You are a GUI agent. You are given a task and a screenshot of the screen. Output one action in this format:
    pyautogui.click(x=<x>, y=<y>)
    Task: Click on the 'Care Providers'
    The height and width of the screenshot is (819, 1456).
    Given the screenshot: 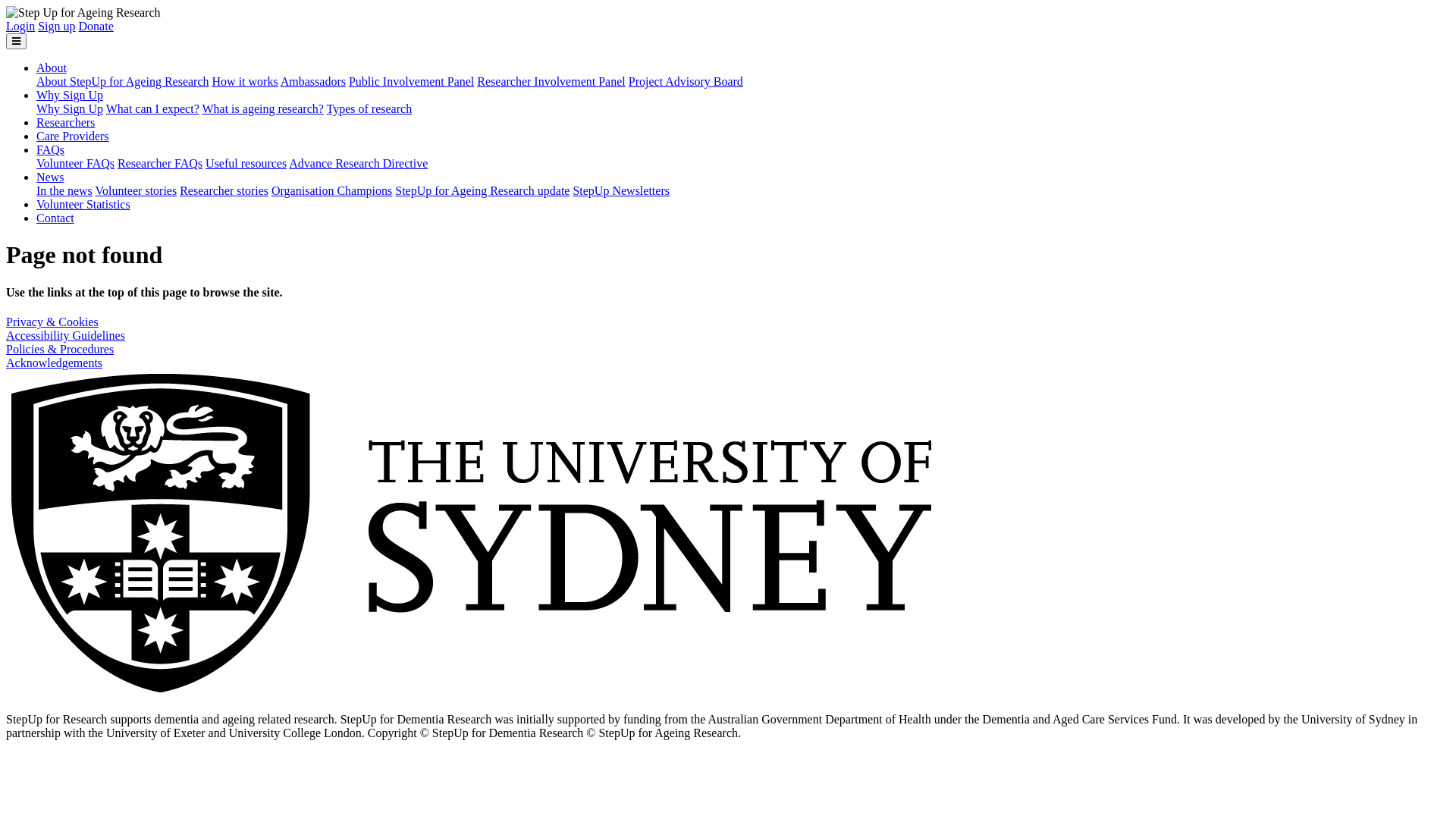 What is the action you would take?
    pyautogui.click(x=36, y=135)
    